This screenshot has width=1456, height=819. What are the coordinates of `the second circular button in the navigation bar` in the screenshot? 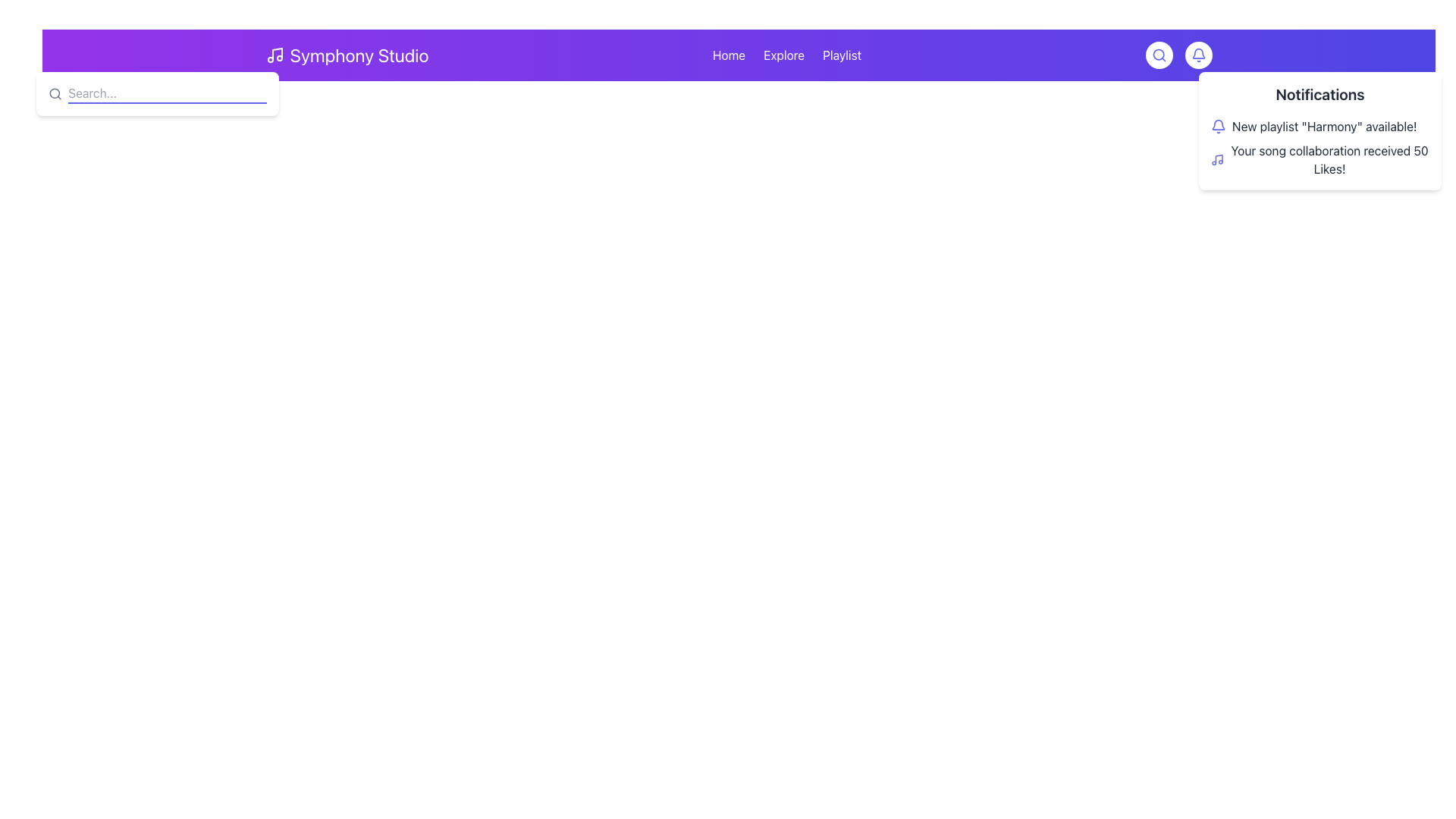 It's located at (1197, 55).